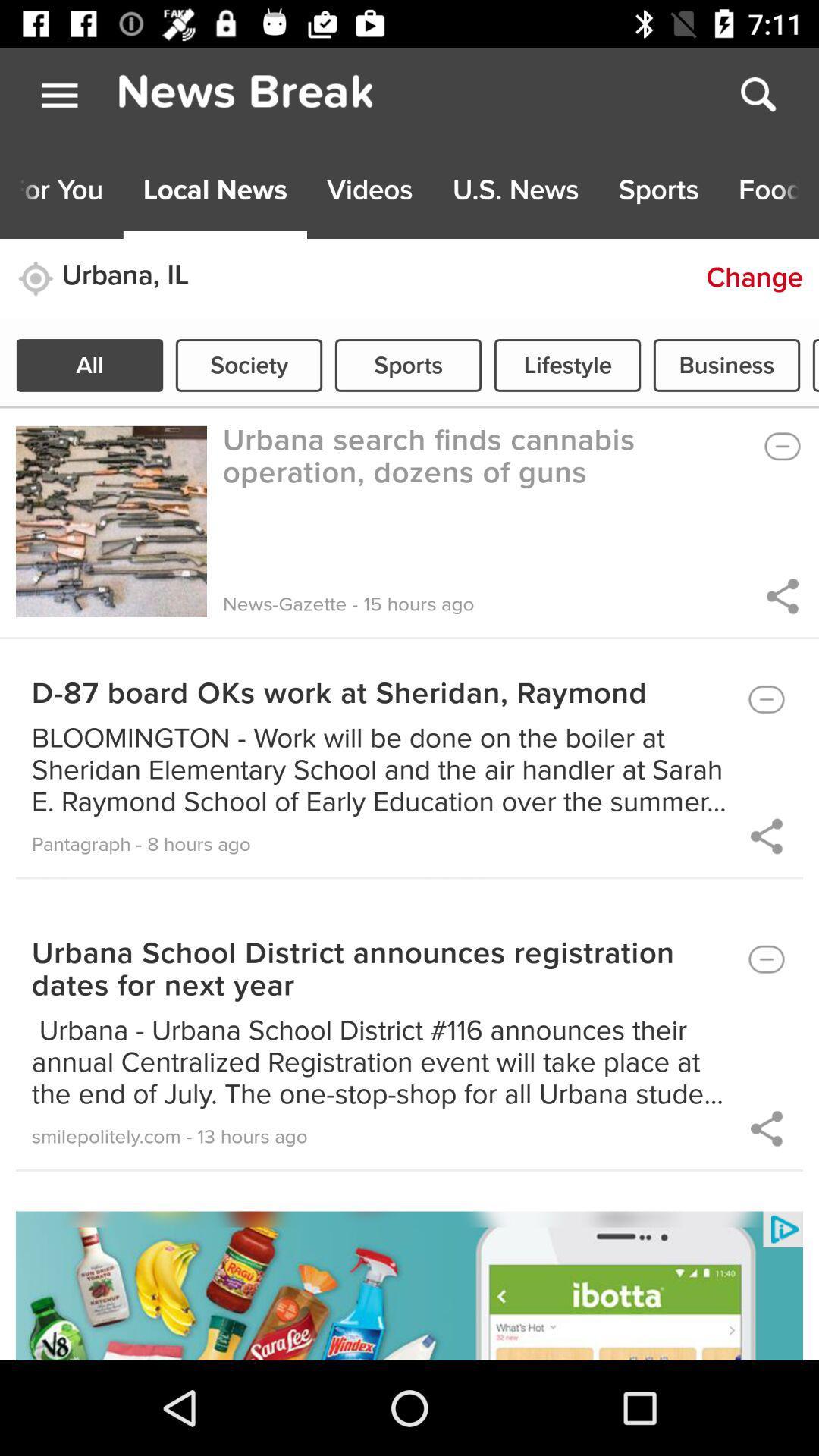 The image size is (819, 1456). What do you see at coordinates (780, 595) in the screenshot?
I see `the first share button on the web page` at bounding box center [780, 595].